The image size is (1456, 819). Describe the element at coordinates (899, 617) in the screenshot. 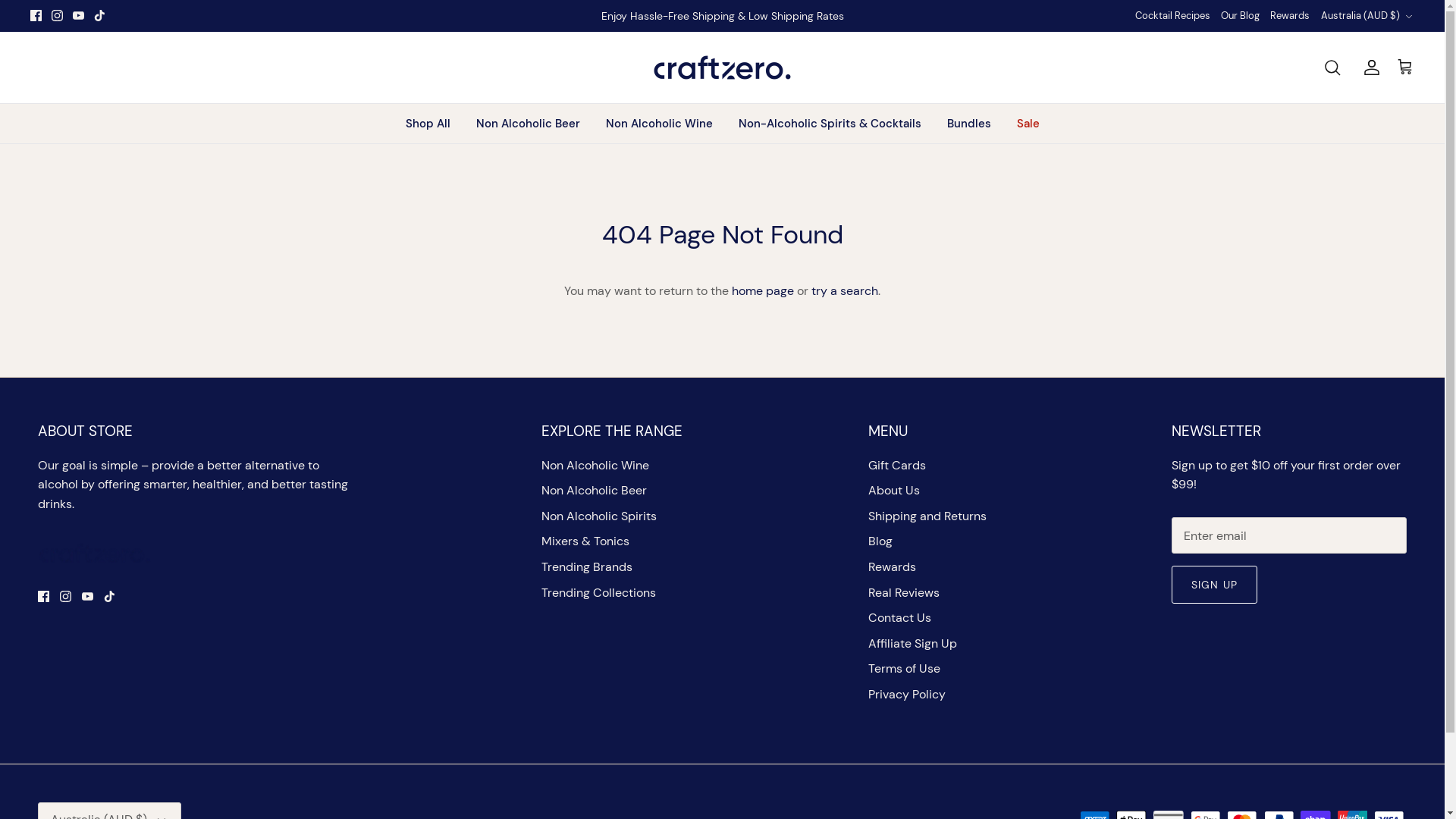

I see `'Contact Us'` at that location.